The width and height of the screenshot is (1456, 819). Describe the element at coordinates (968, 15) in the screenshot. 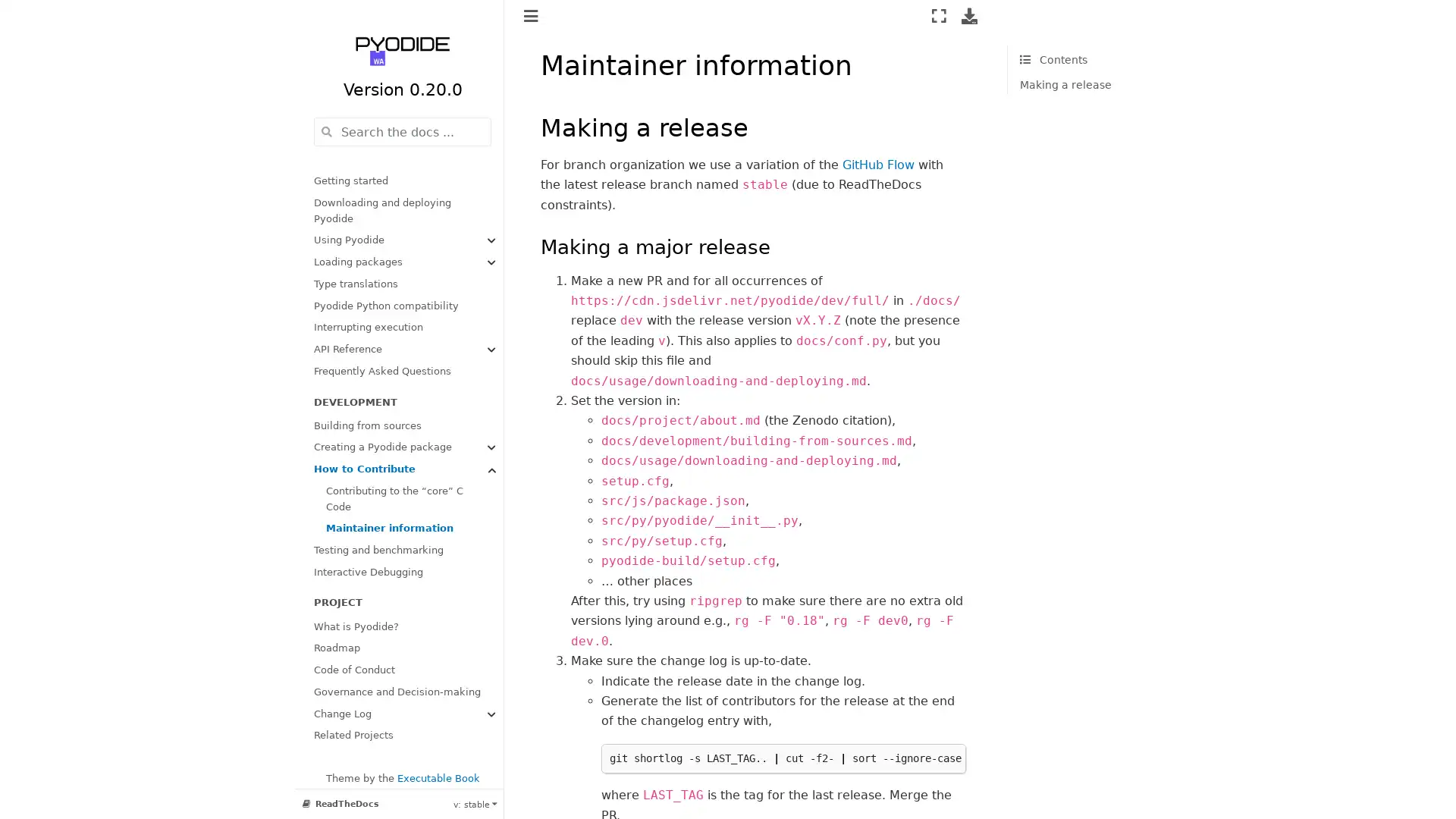

I see `Download this page` at that location.